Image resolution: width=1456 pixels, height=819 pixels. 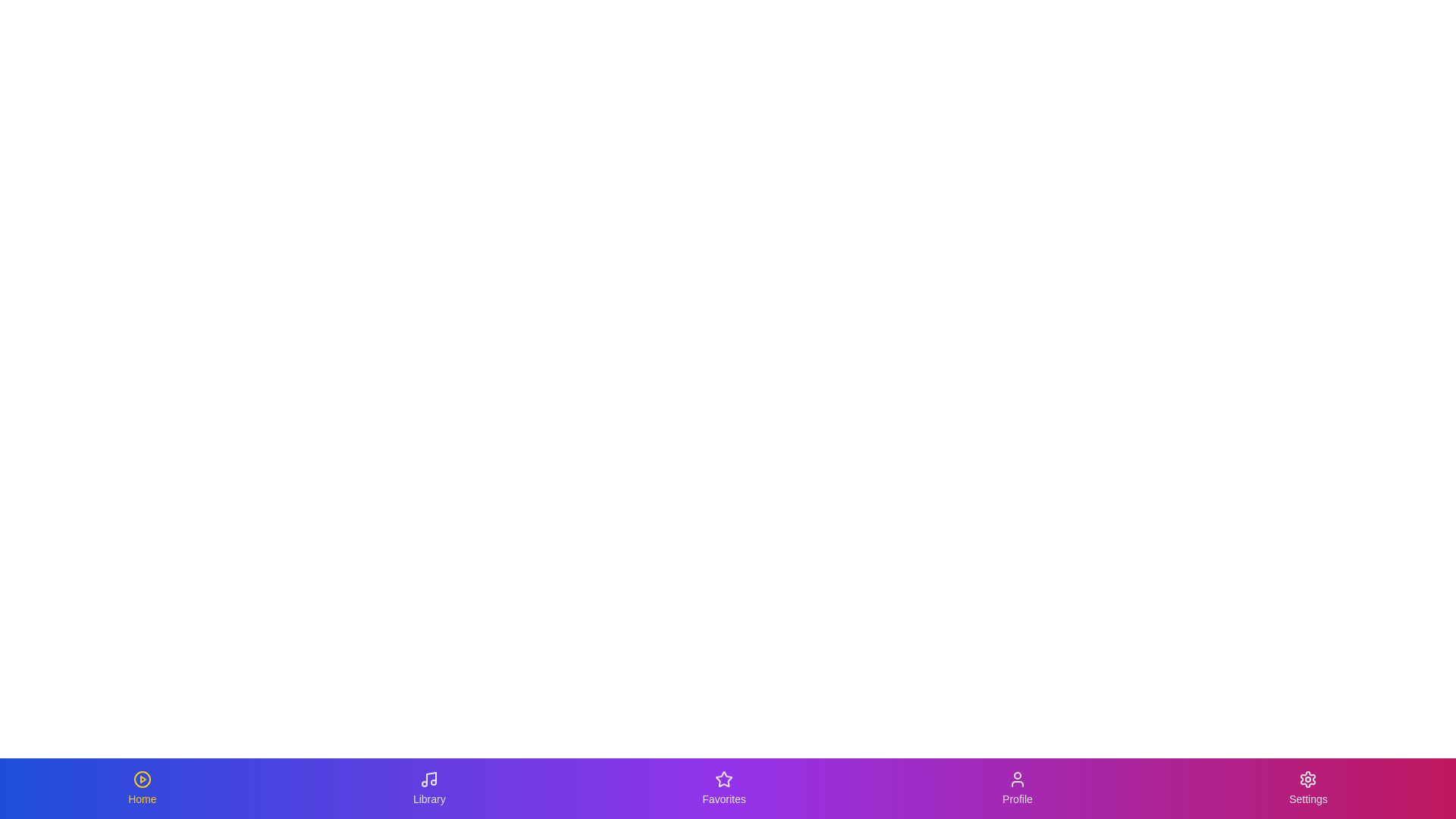 I want to click on the tab labeled Profile to observe its animation, so click(x=1016, y=788).